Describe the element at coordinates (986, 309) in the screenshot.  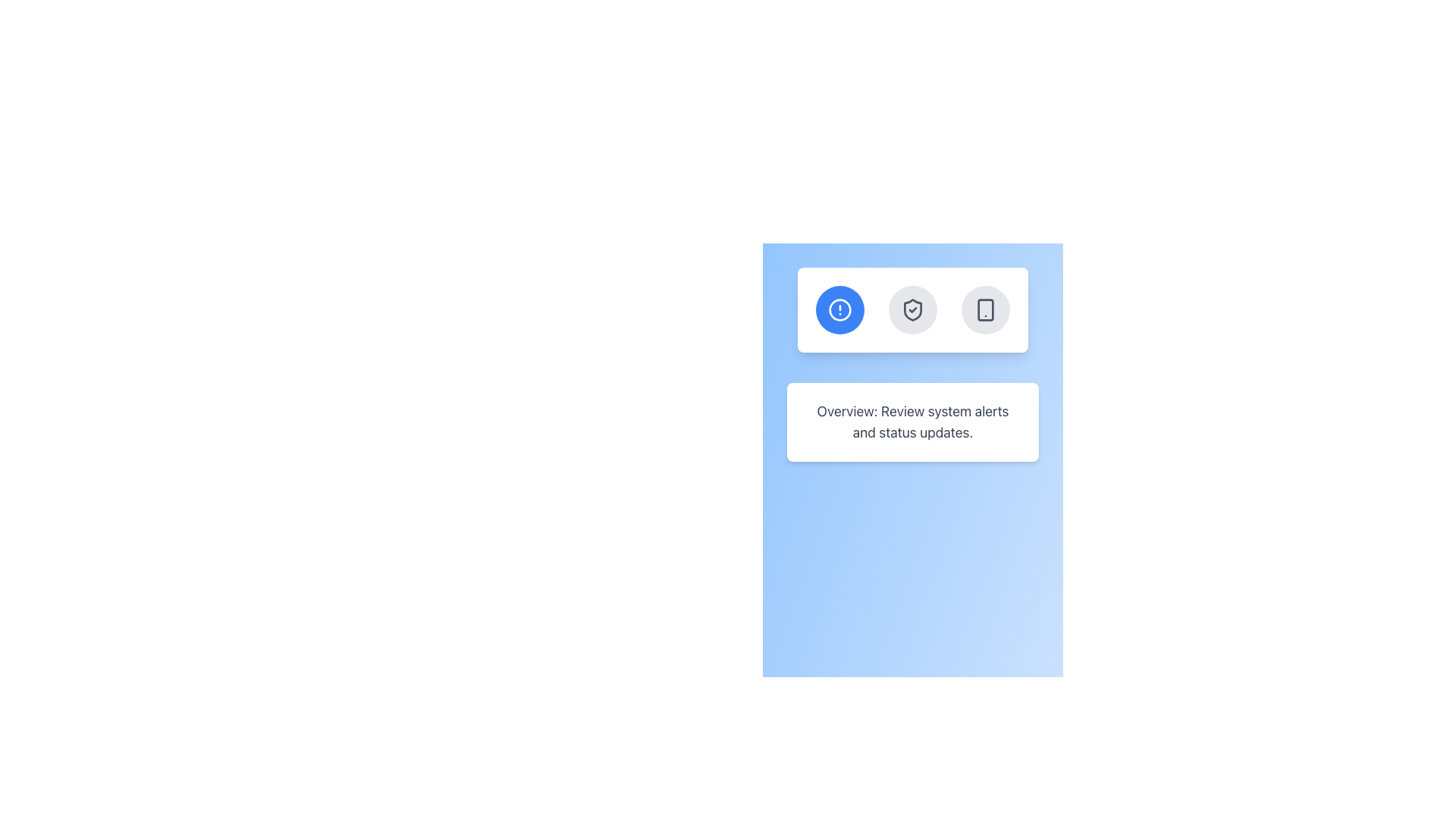
I see `the central rectangular component of the smartphone icon, which is styled without visible borders and fits inside a larger layout, located on the rightmost group of three circular icon buttons` at that location.